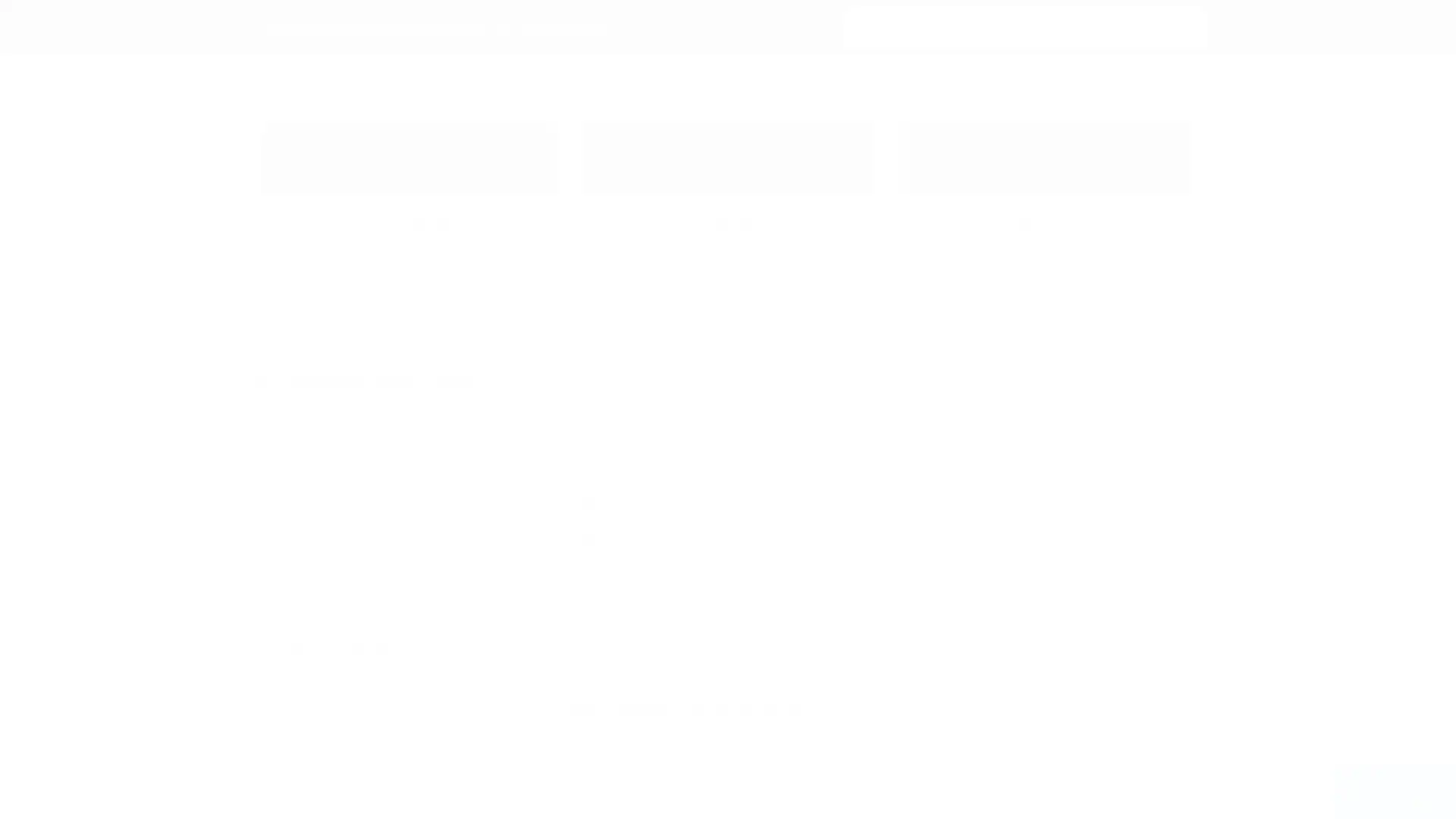 The height and width of the screenshot is (819, 1456). Describe the element at coordinates (378, 711) in the screenshot. I see `Connect` at that location.